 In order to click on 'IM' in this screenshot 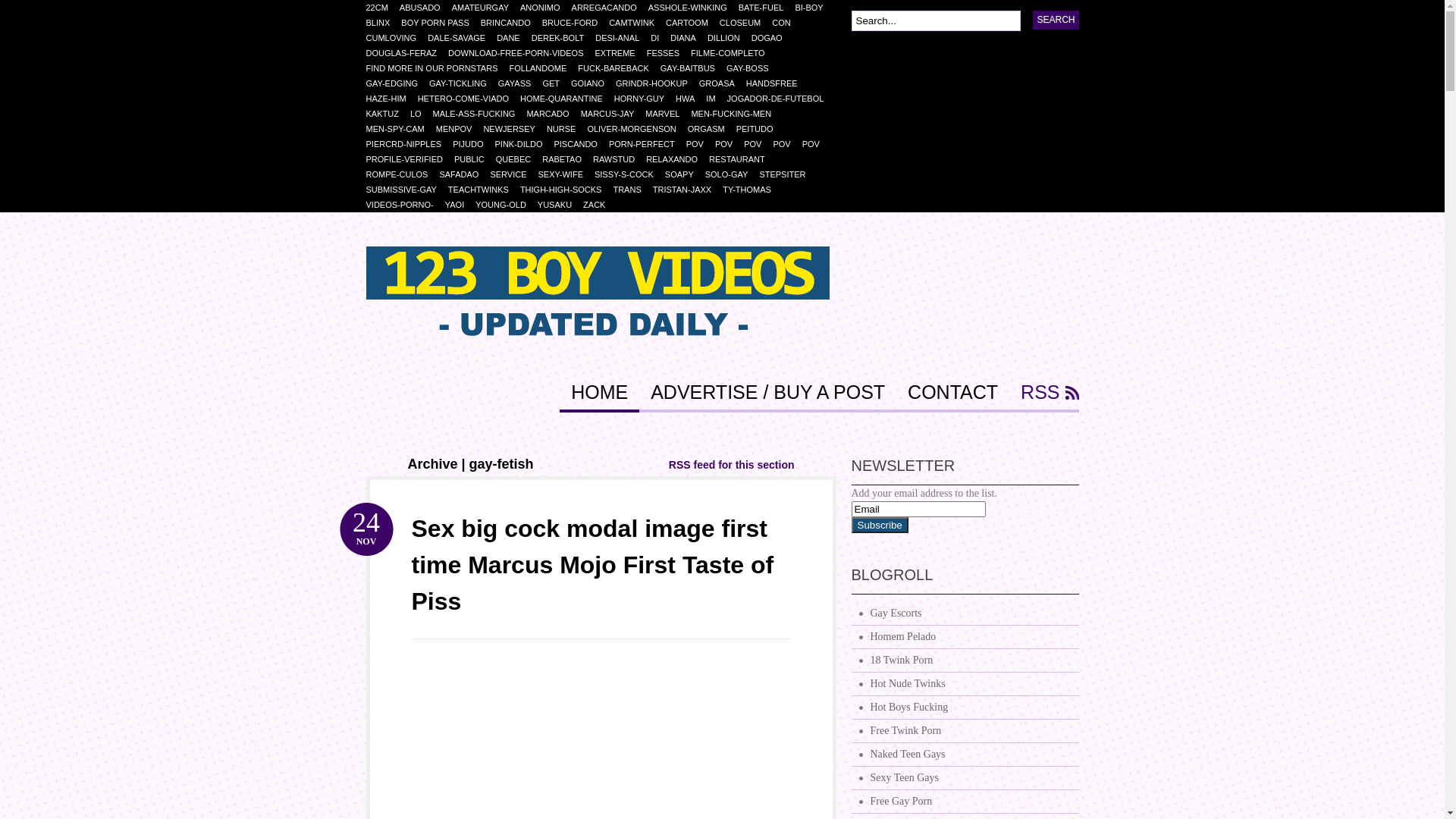, I will do `click(715, 99)`.